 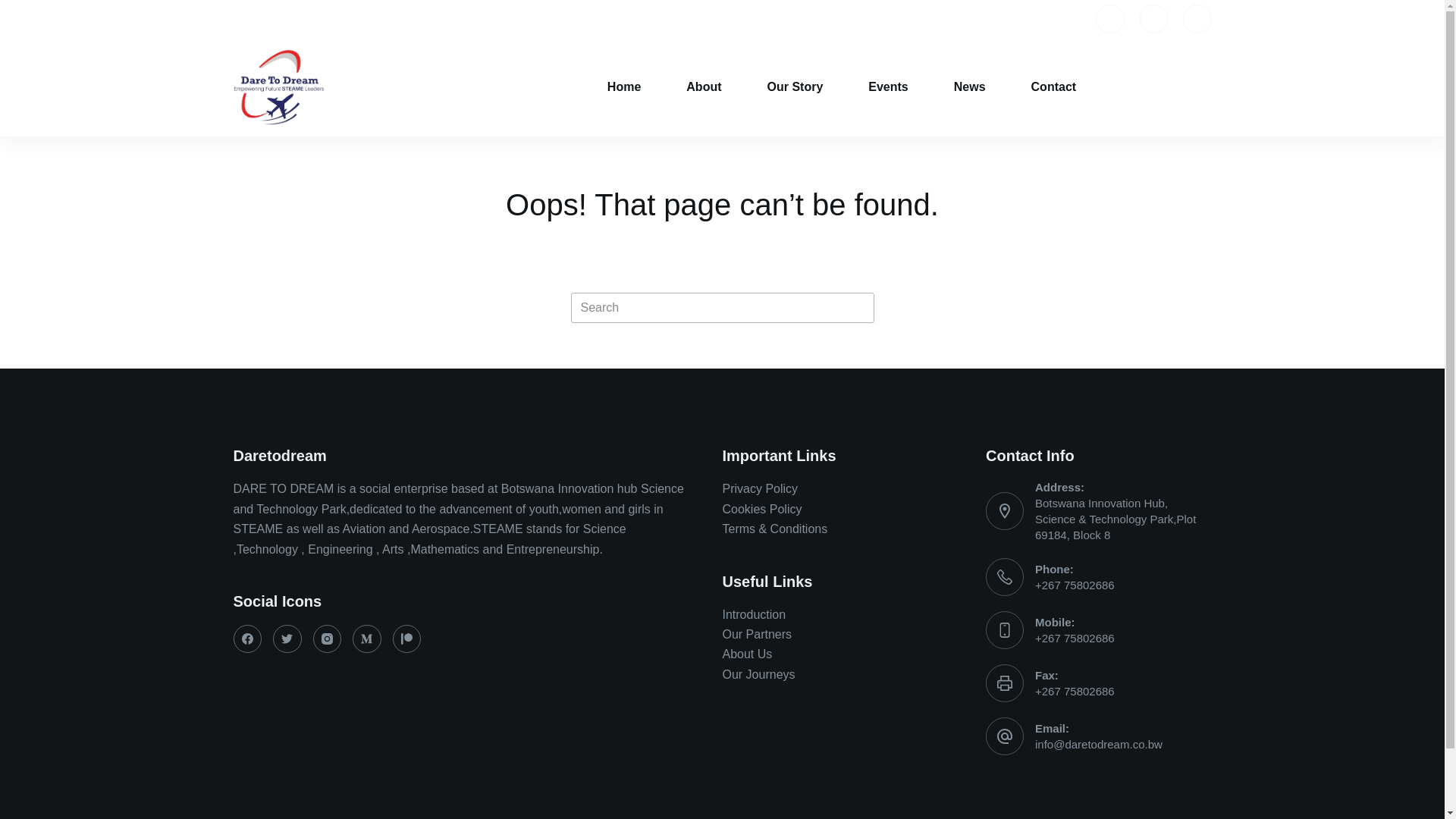 What do you see at coordinates (1099, 743) in the screenshot?
I see `'info@daretodream.co.bw'` at bounding box center [1099, 743].